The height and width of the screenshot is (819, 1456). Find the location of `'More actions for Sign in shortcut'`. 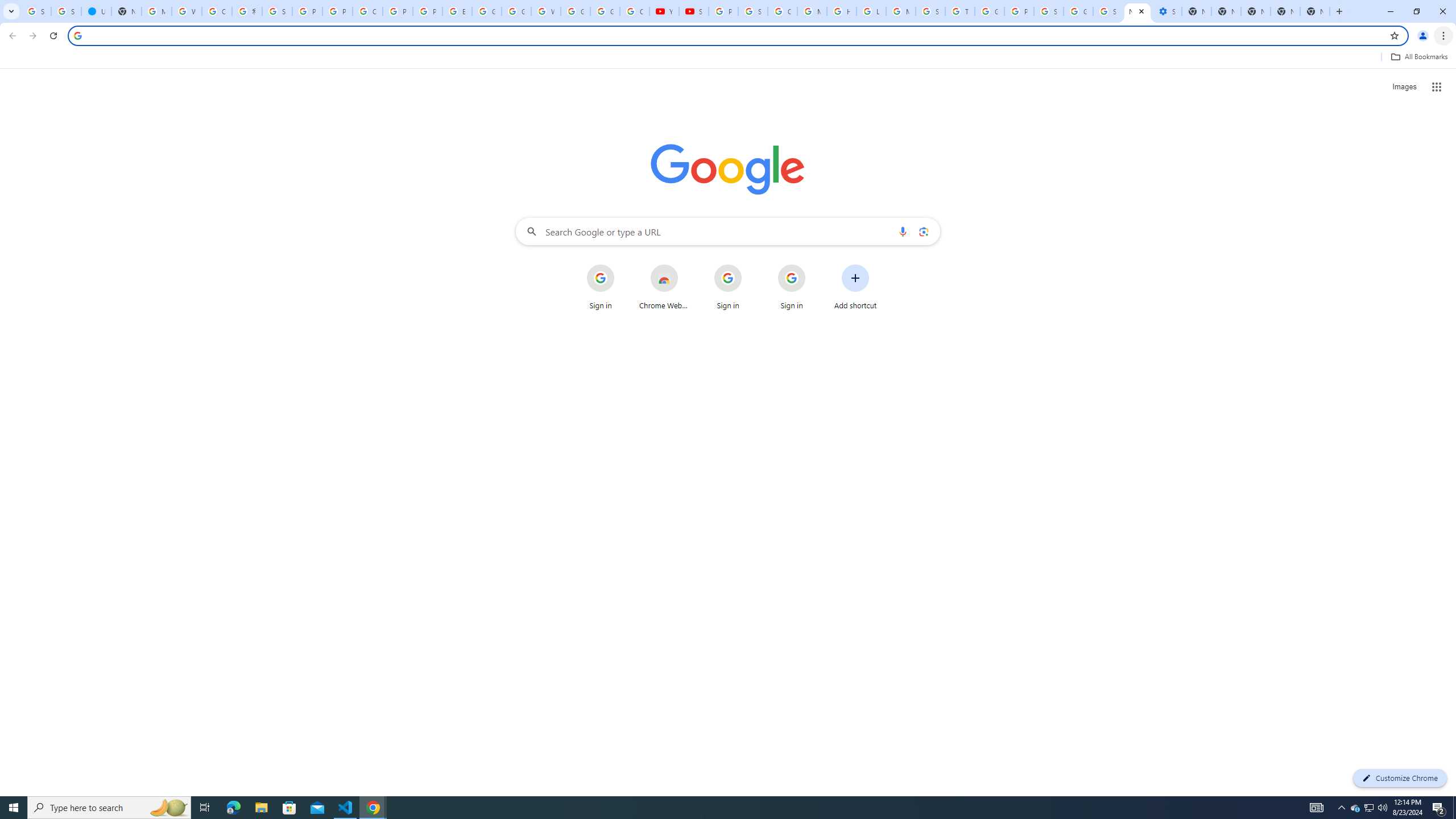

'More actions for Sign in shortcut' is located at coordinates (814, 266).